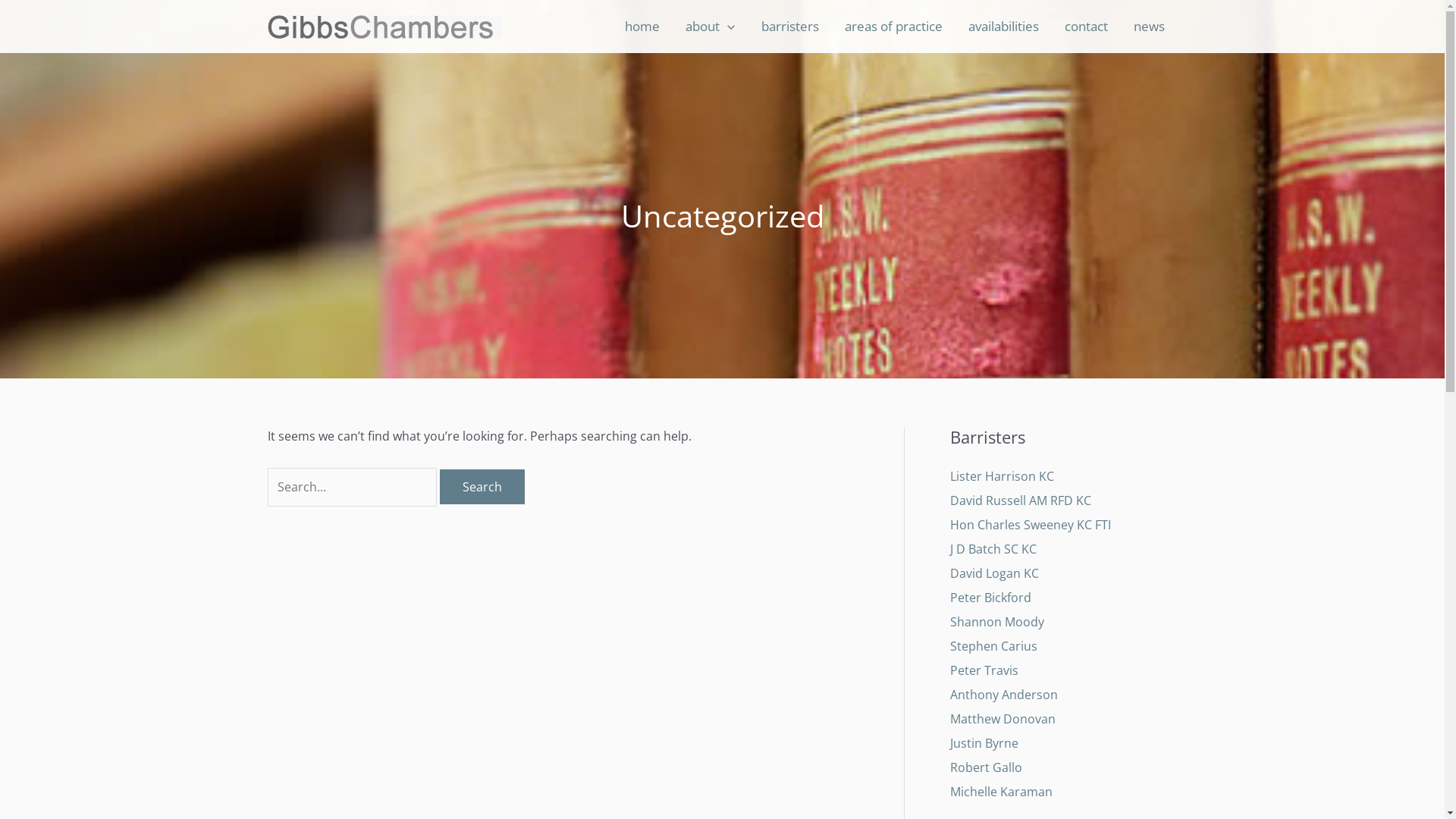 The width and height of the screenshot is (1456, 819). I want to click on 'about', so click(709, 26).